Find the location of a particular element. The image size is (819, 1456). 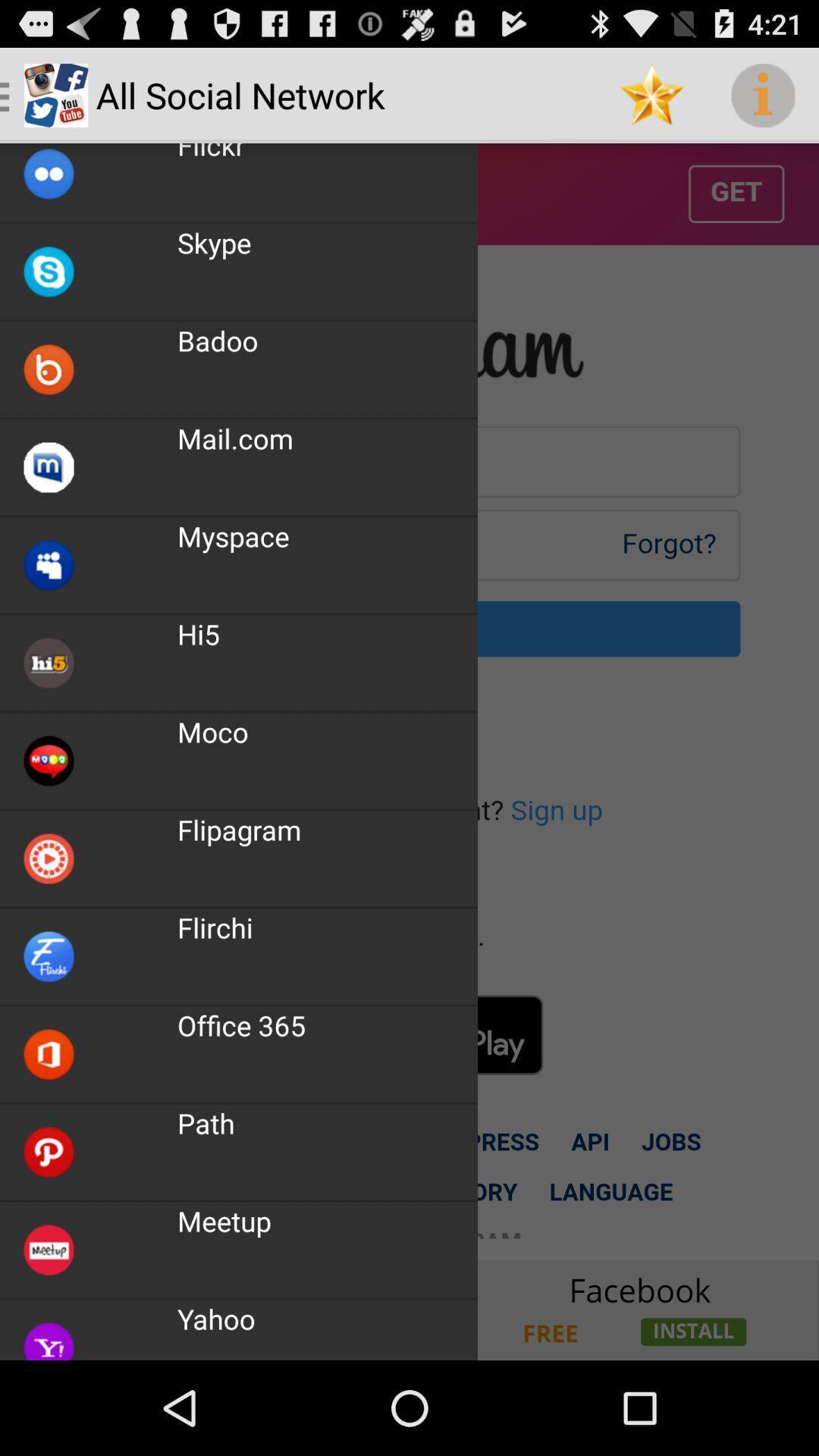

yahoo is located at coordinates (409, 1309).